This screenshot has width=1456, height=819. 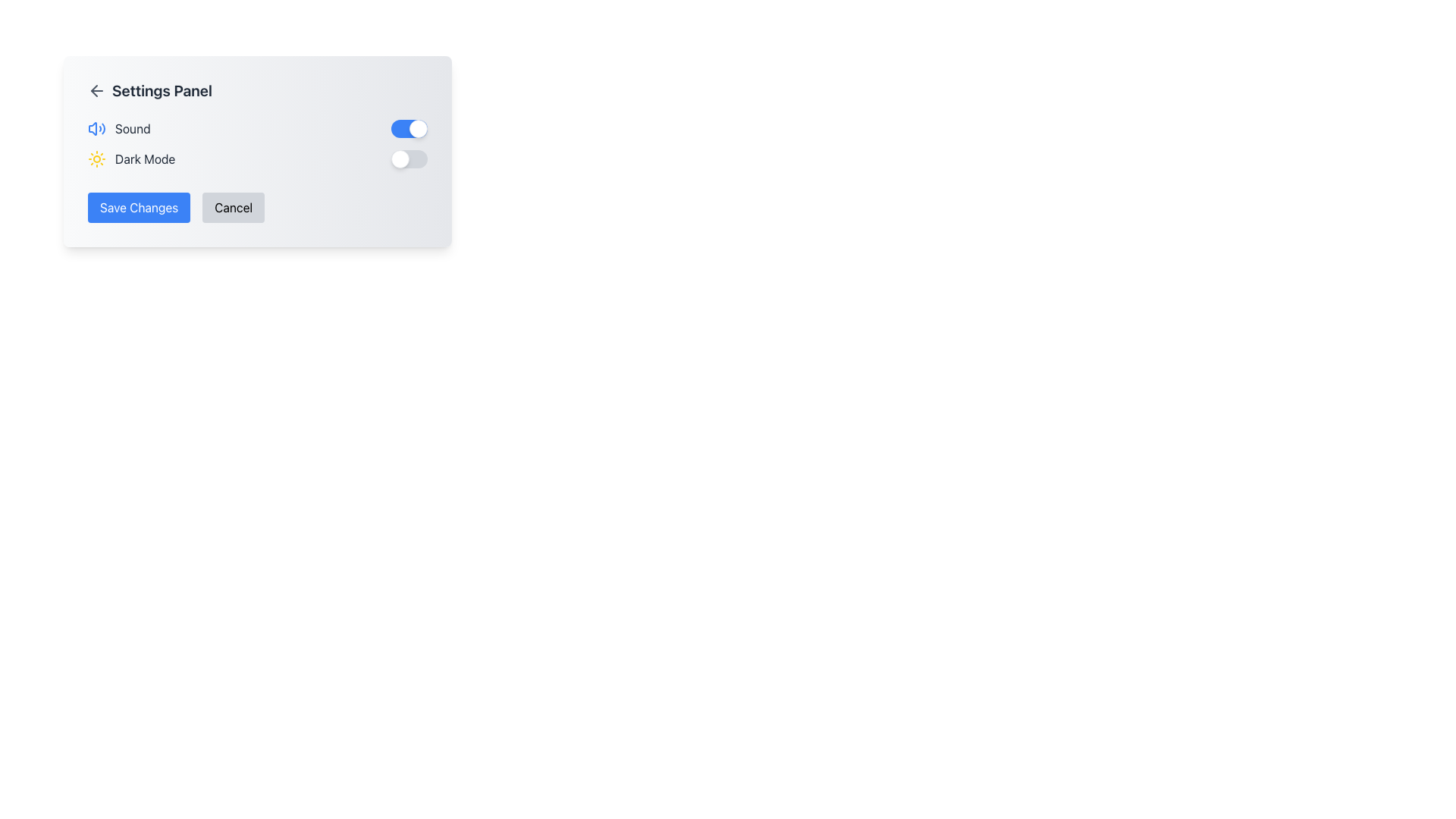 I want to click on the text label indicating sound or audio-related features in the settings panel, which is positioned next to an audio icon, so click(x=133, y=127).